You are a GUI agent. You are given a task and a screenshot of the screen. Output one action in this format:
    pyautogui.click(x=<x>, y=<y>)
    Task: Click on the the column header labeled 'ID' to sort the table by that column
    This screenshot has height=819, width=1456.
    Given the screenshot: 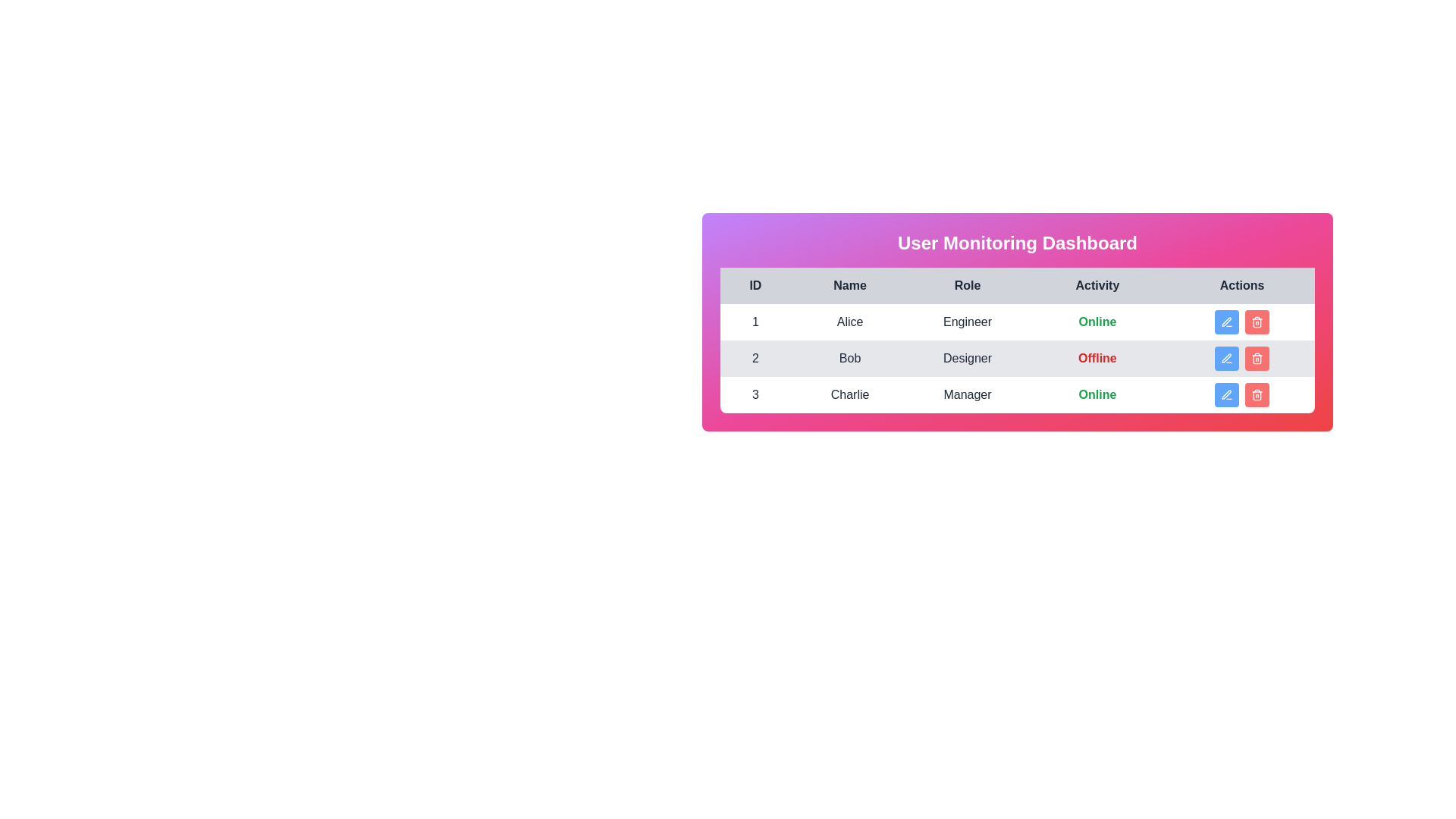 What is the action you would take?
    pyautogui.click(x=755, y=286)
    